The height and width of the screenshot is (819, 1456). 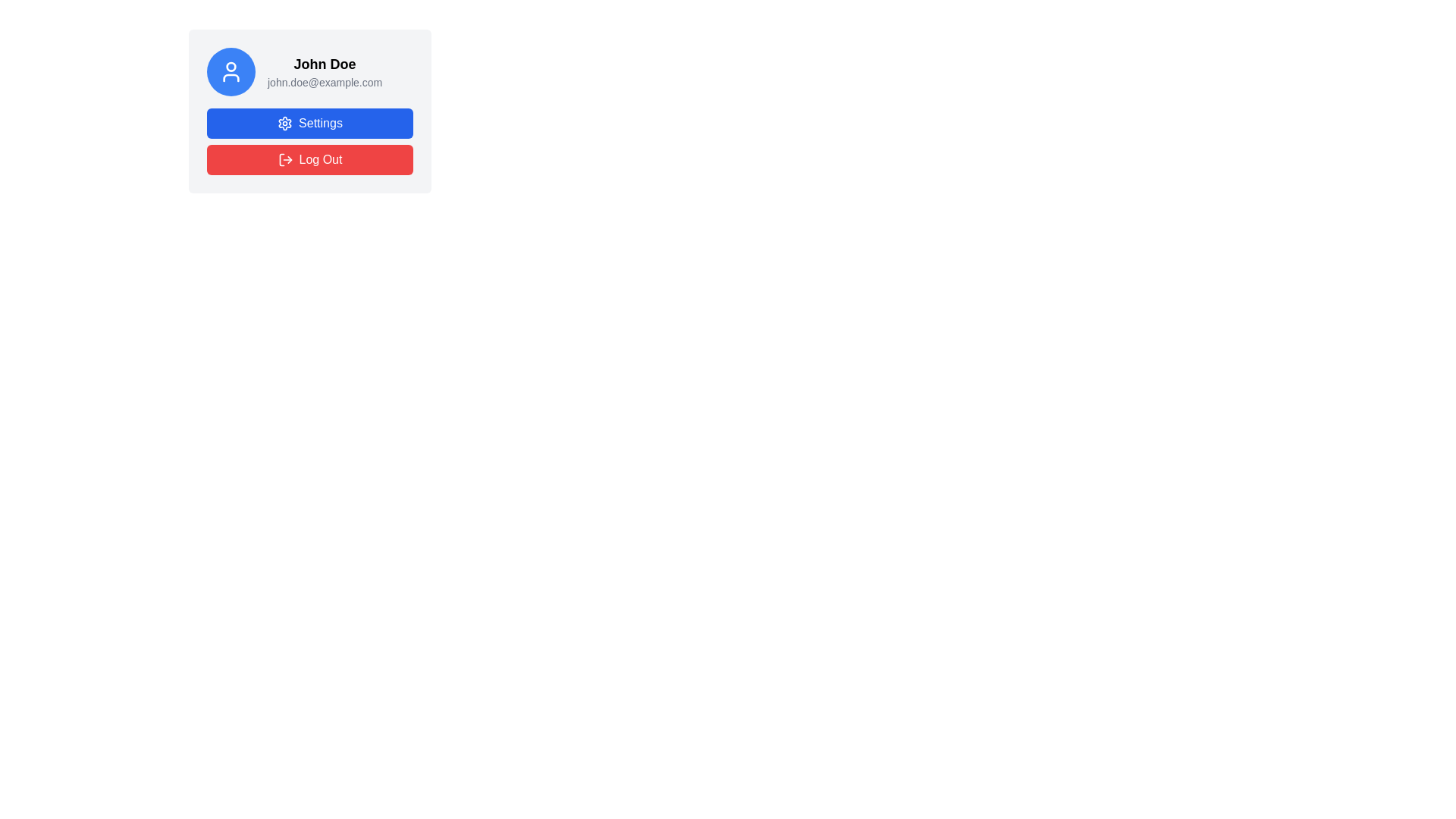 I want to click on the Text Block displaying the name 'John Doe' and the email 'john.doe@example.com' located in the upper central section of the user profile card, so click(x=324, y=72).